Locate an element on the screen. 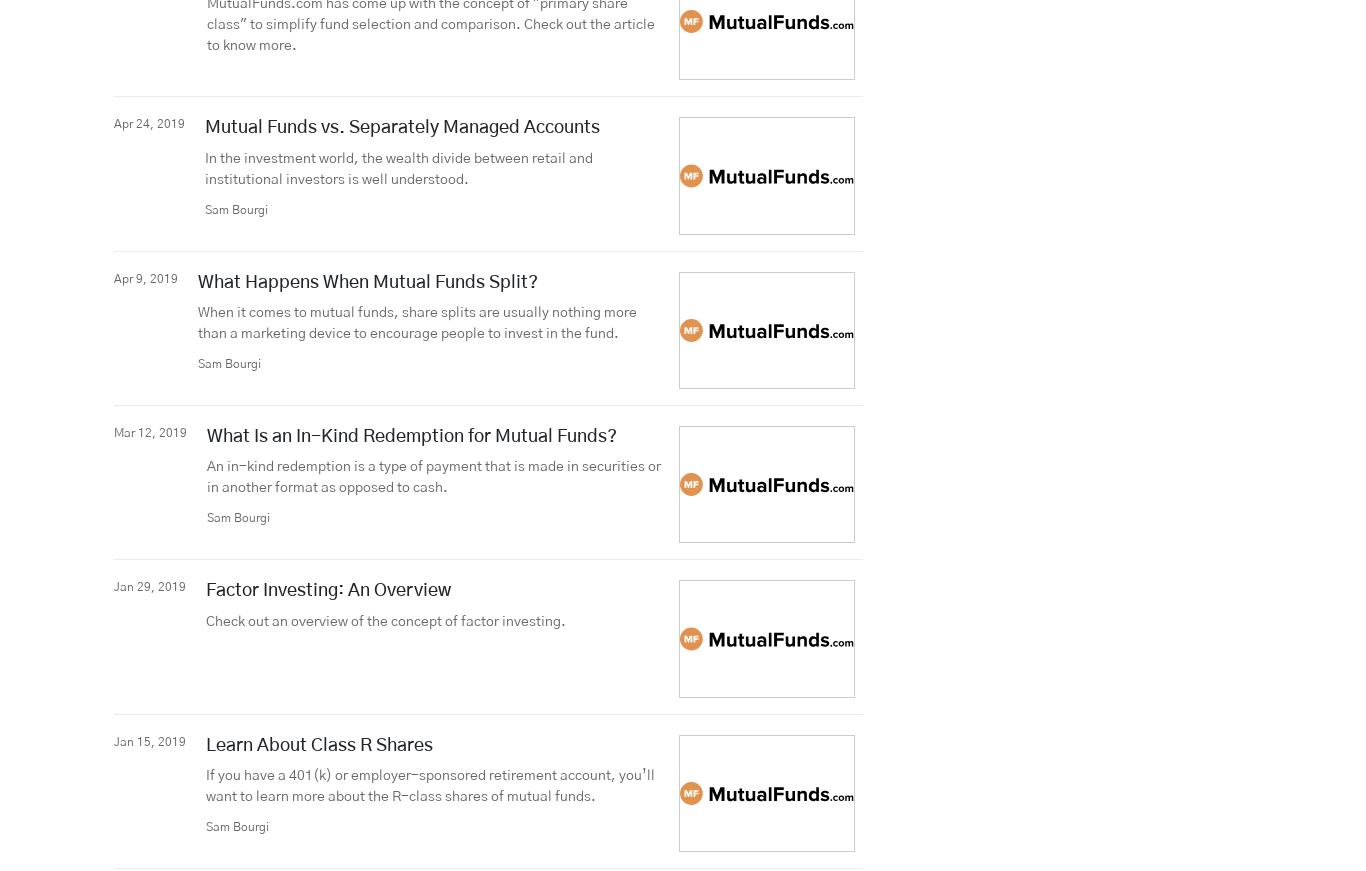 Image resolution: width=1366 pixels, height=871 pixels. 'Jan 15, 2019' is located at coordinates (148, 740).